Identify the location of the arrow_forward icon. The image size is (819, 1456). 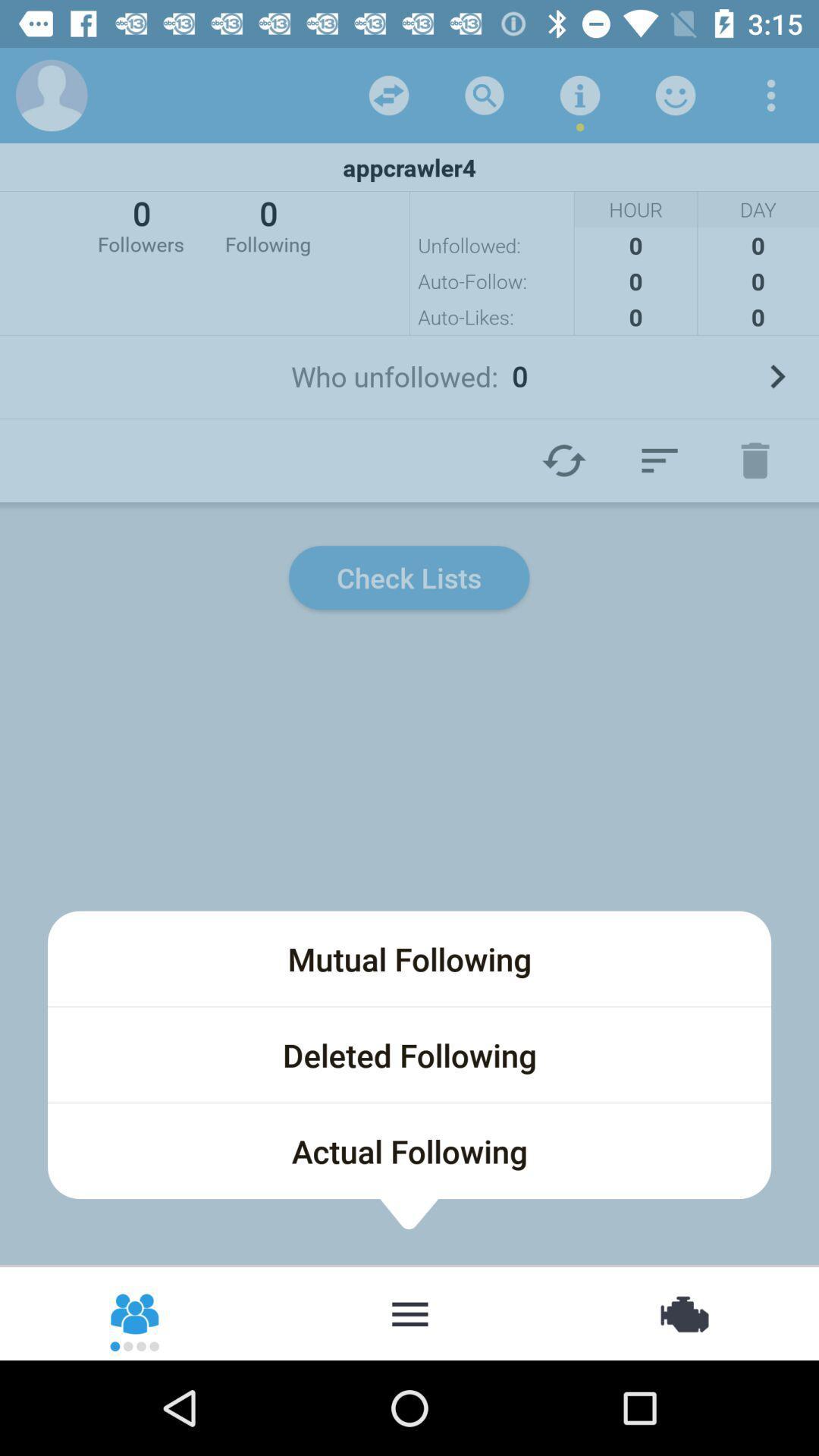
(777, 376).